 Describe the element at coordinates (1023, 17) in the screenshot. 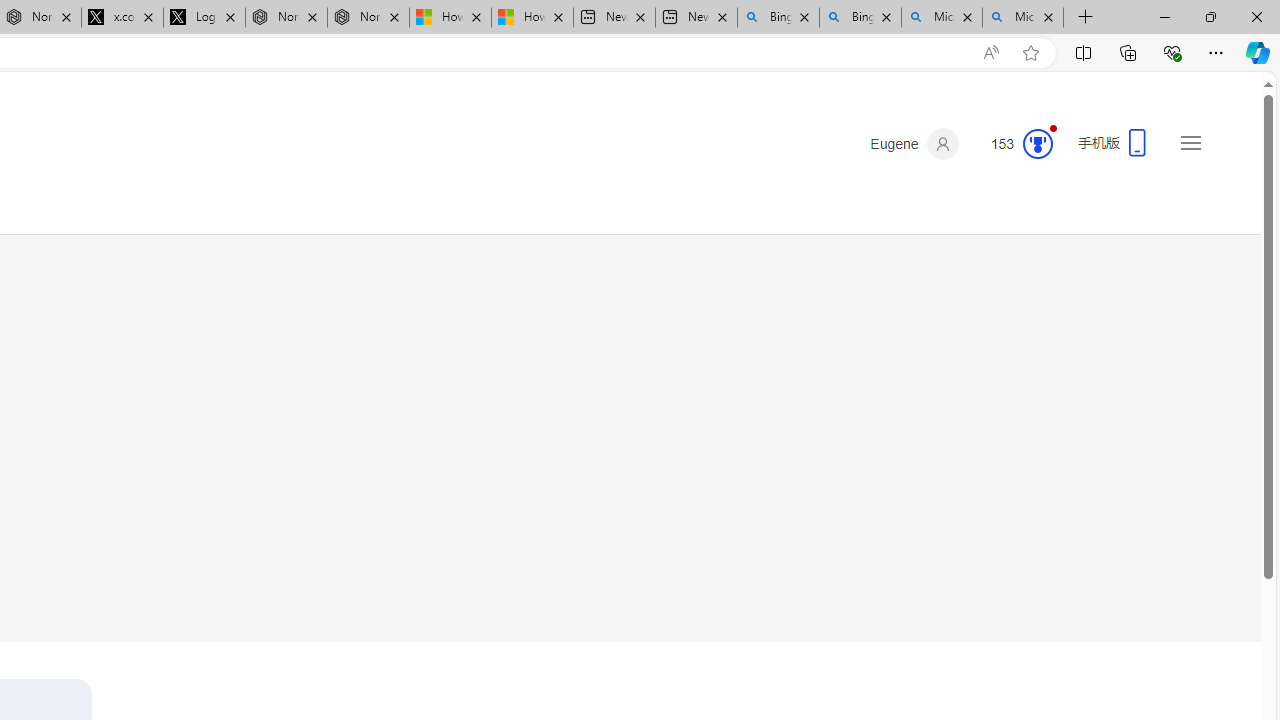

I see `'Microsoft Bing Timeline - Search'` at that location.